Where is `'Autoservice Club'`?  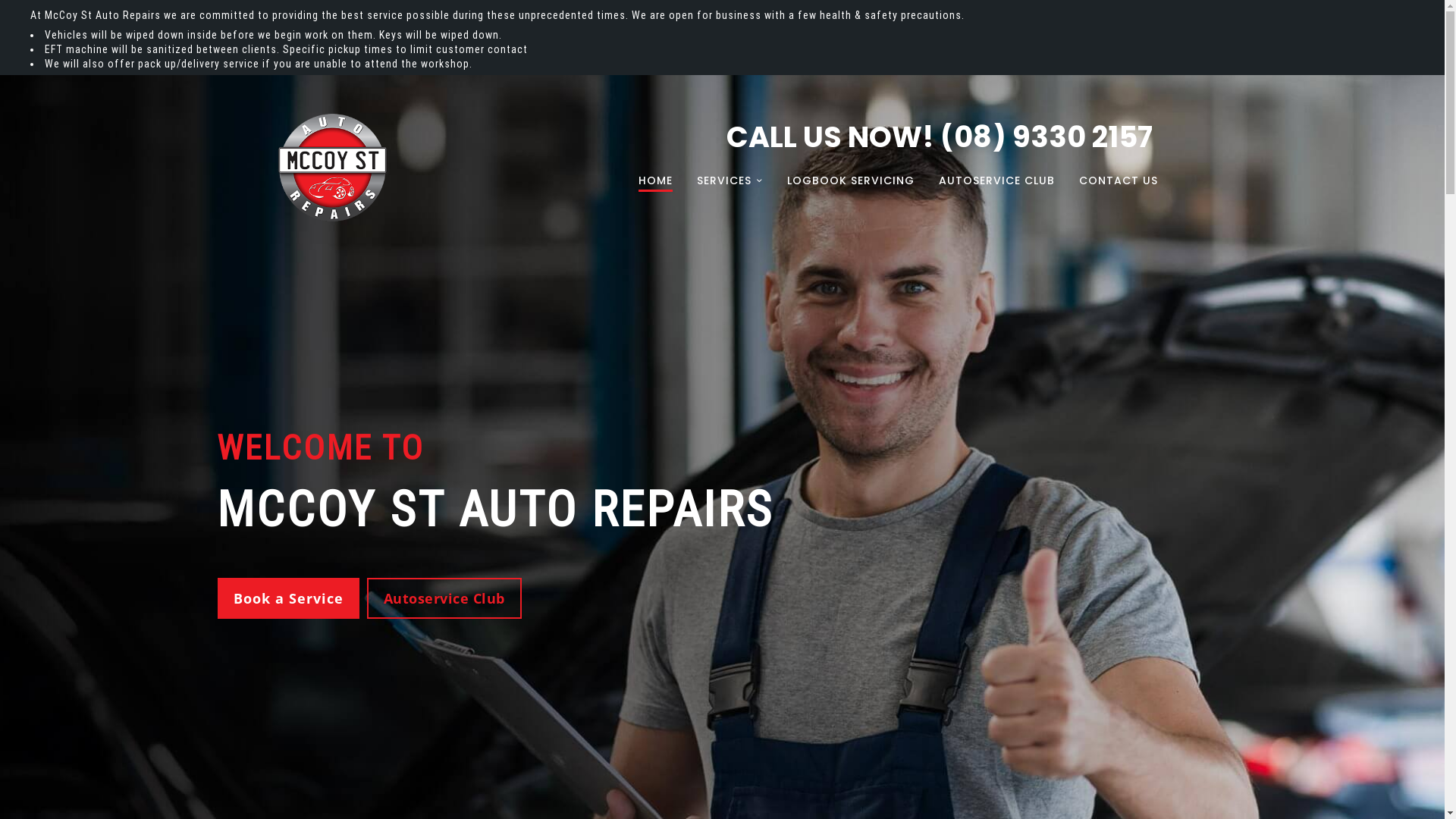 'Autoservice Club' is located at coordinates (367, 598).